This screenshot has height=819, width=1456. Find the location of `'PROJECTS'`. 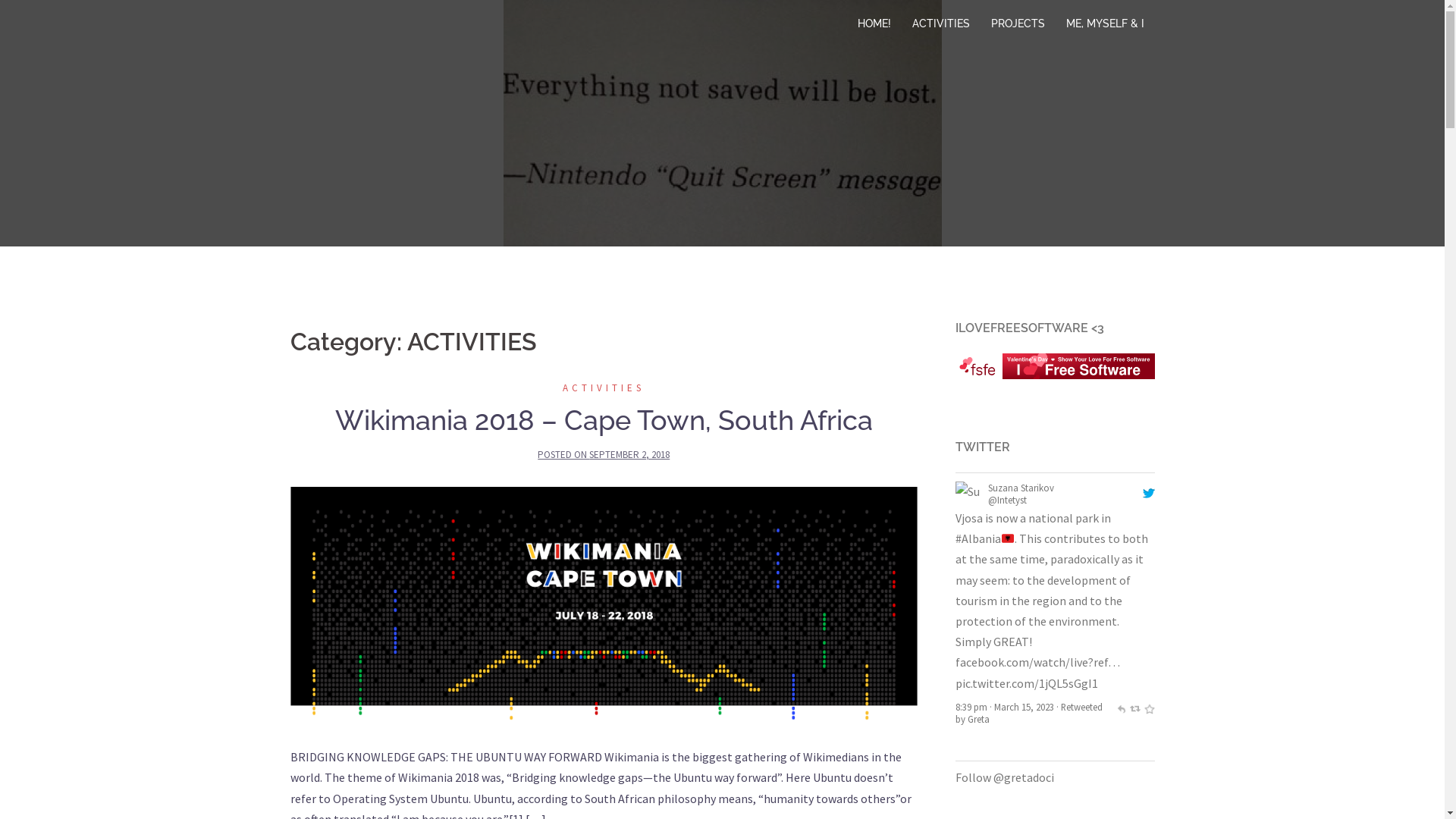

'PROJECTS' is located at coordinates (1017, 24).